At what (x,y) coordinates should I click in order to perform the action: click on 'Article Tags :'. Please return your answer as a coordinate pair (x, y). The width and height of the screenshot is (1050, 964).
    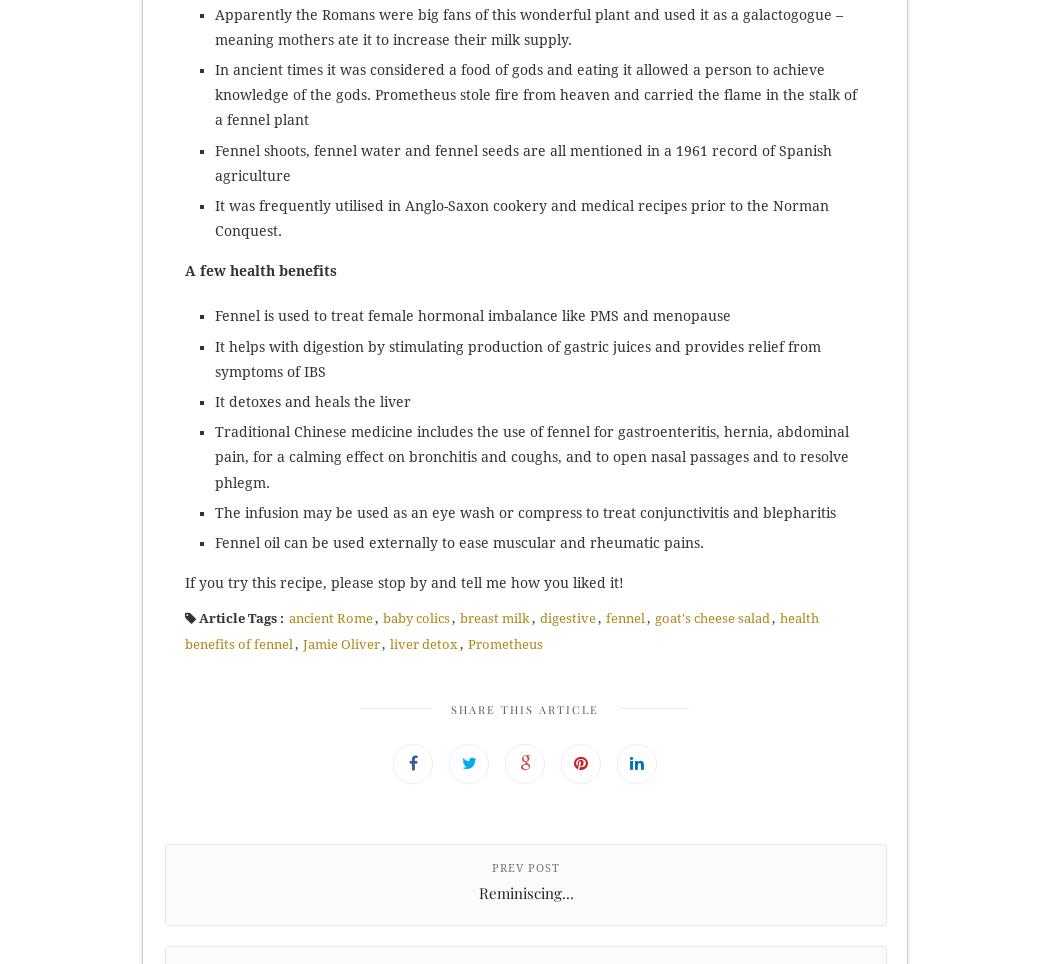
    Looking at the image, I should click on (242, 618).